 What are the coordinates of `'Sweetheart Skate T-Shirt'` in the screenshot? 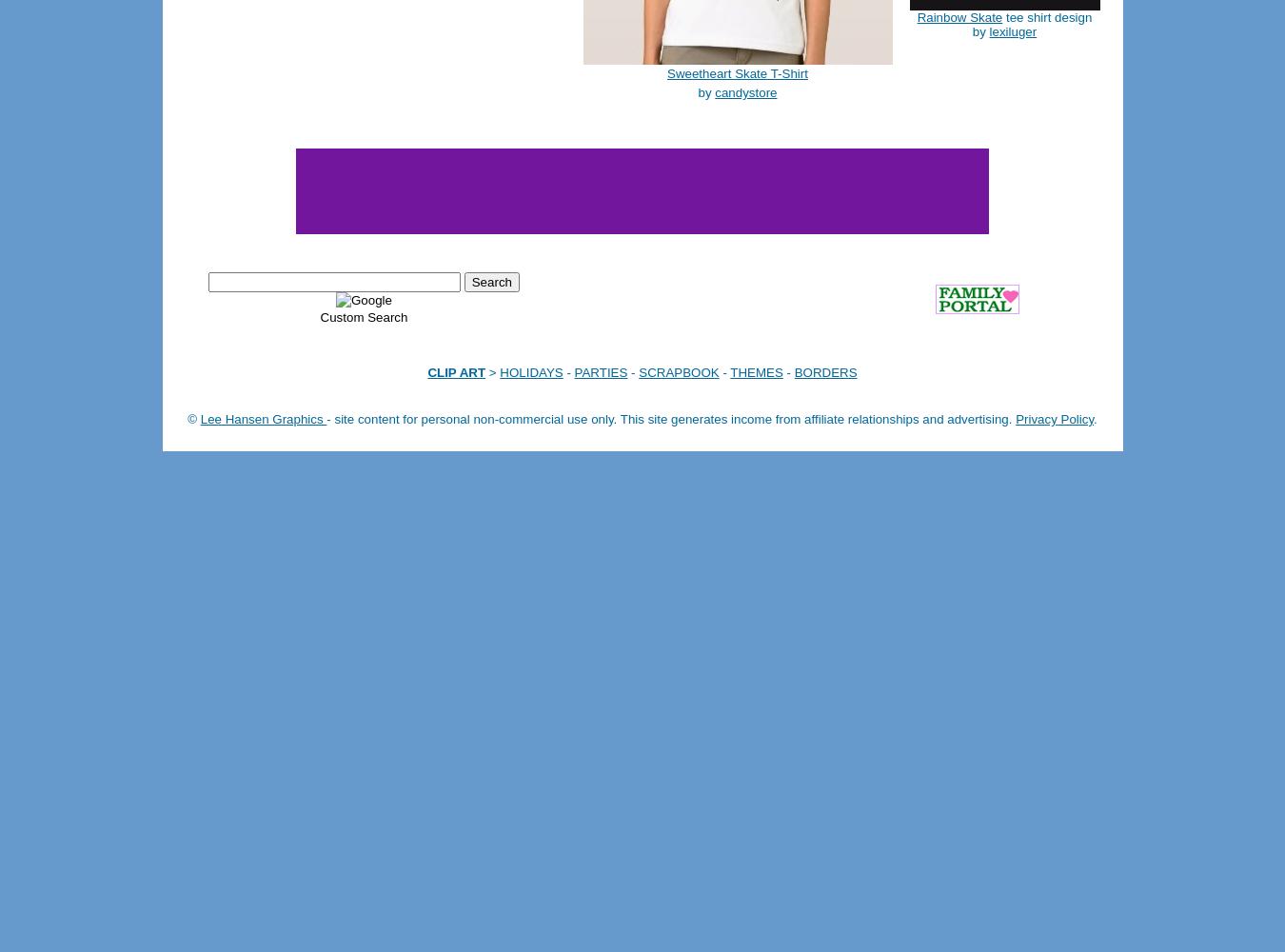 It's located at (736, 72).